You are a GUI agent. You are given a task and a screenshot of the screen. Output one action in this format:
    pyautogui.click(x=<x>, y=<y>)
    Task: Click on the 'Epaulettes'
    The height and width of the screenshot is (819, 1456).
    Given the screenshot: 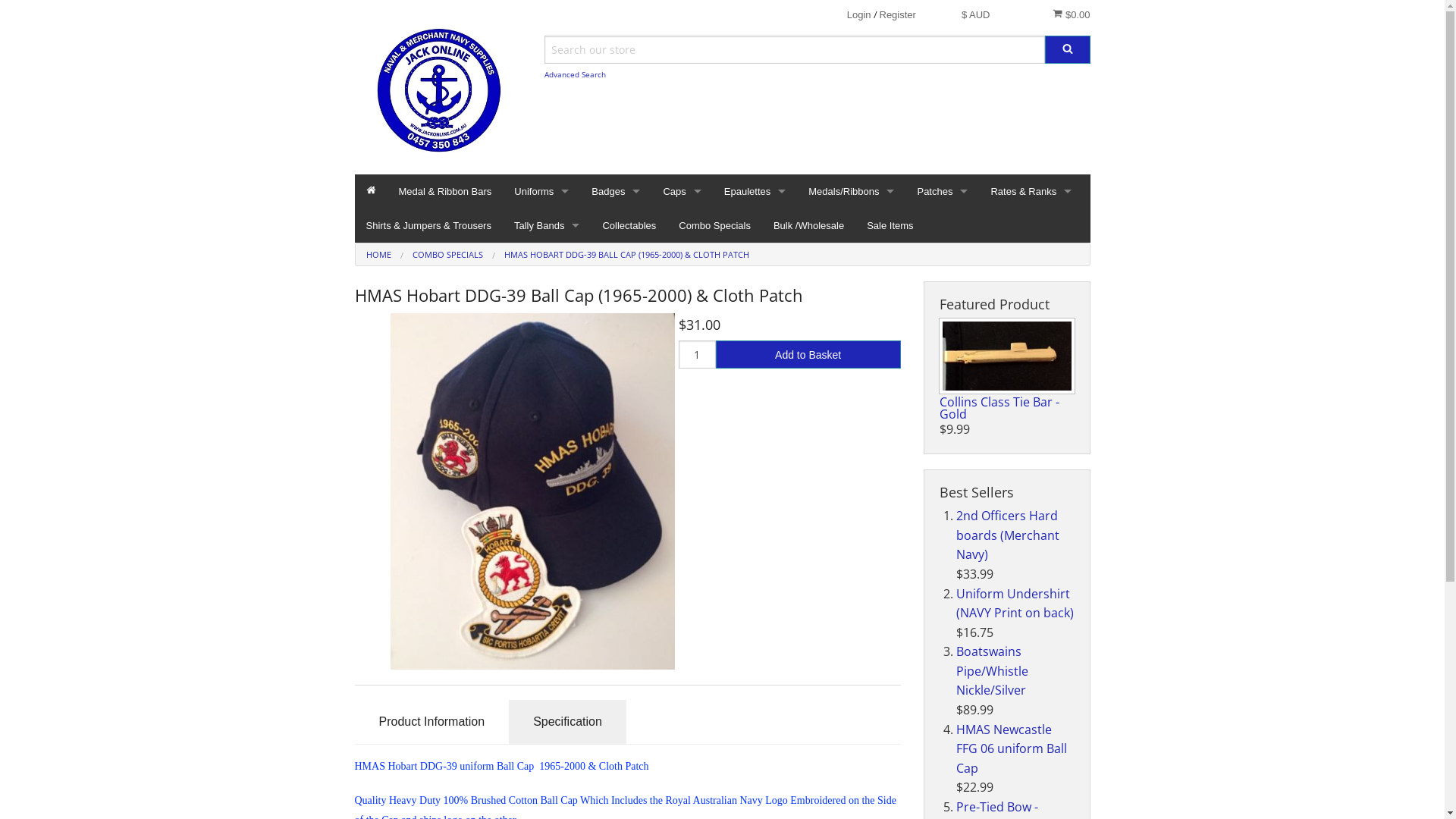 What is the action you would take?
    pyautogui.click(x=755, y=190)
    